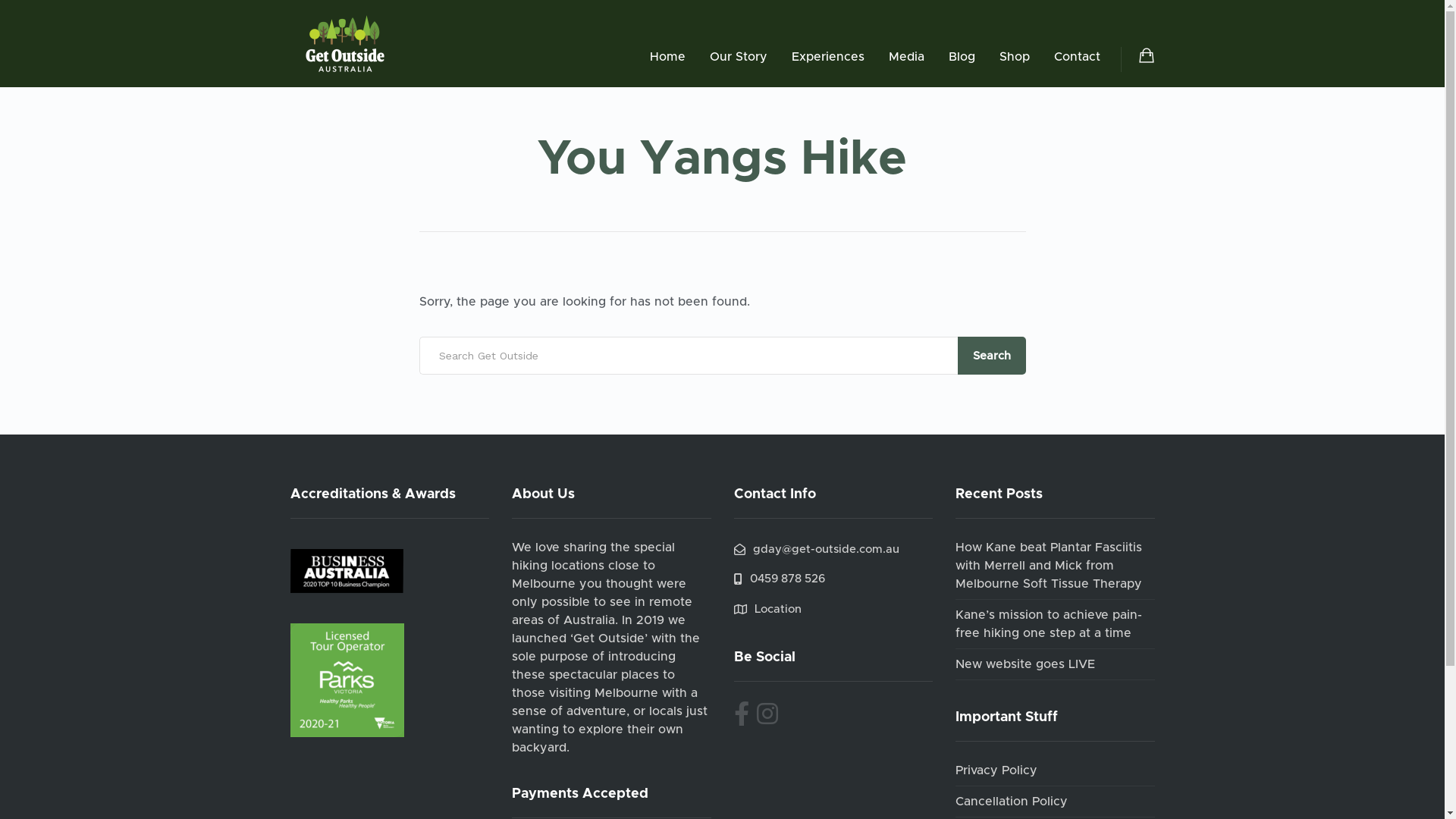  I want to click on '0459 878 526', so click(779, 579).